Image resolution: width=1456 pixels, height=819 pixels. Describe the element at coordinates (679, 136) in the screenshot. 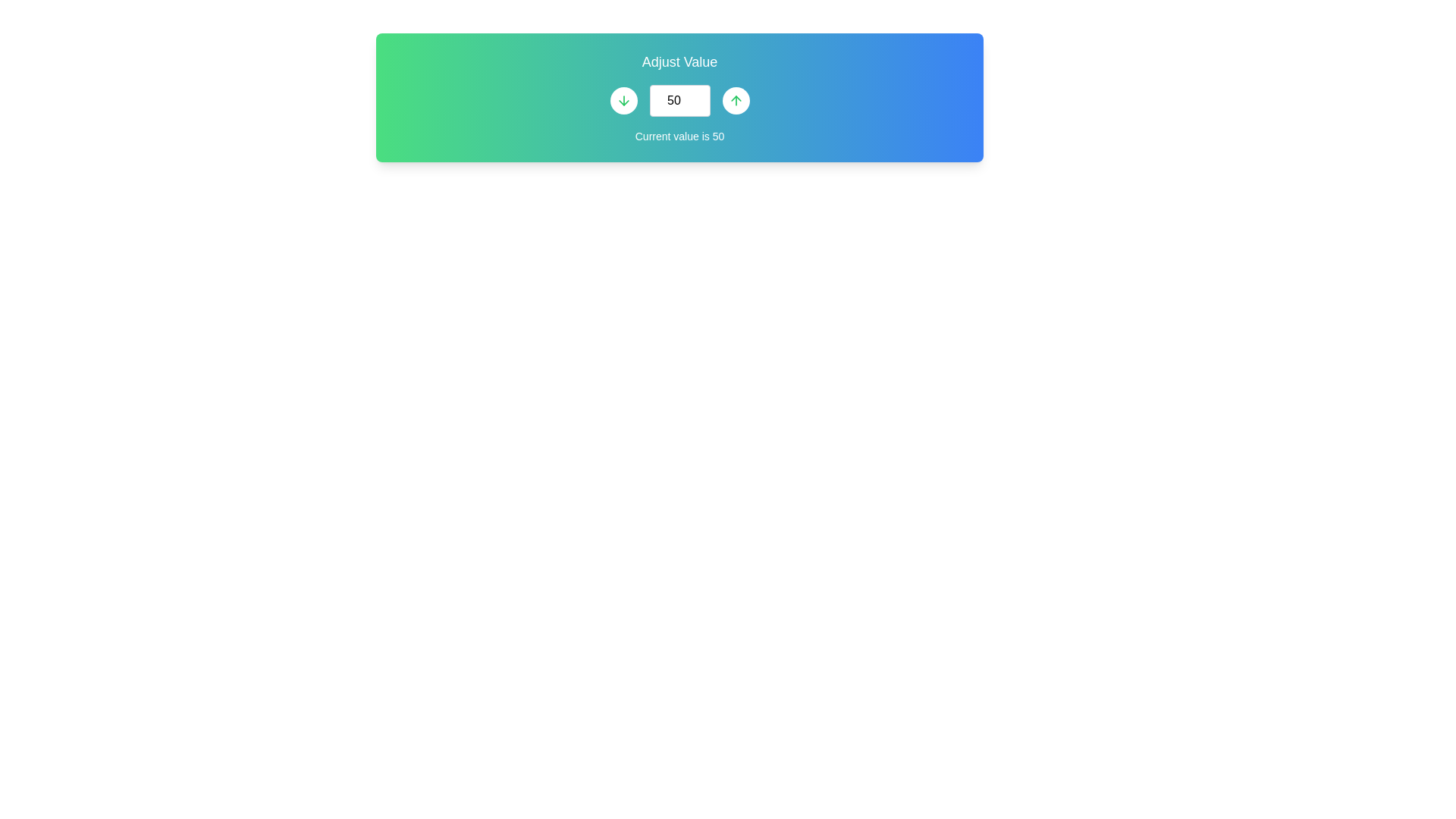

I see `the text label that displays the current numerical value set by the user, located directly below the numeric input box and arrow buttons` at that location.